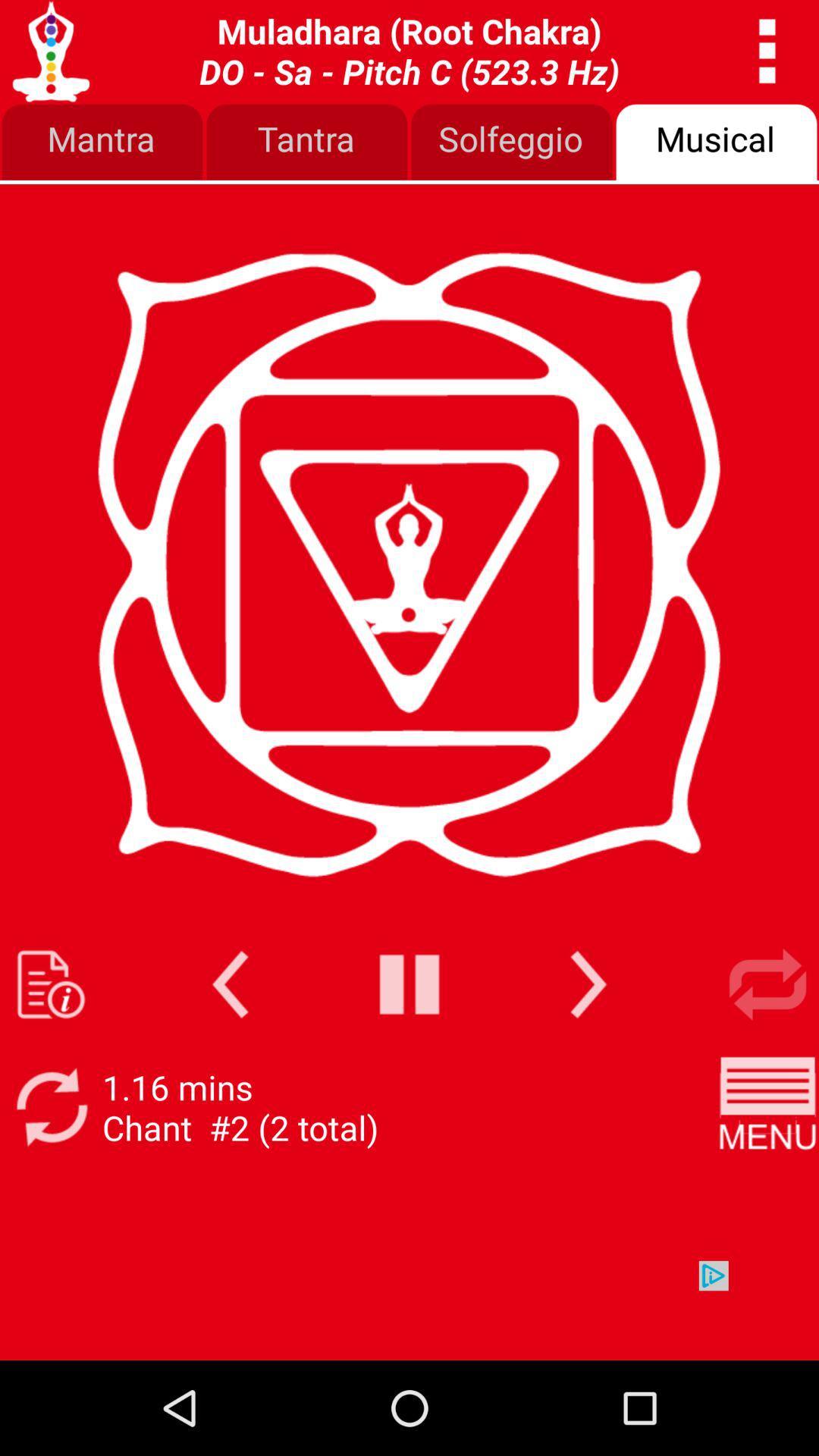  Describe the element at coordinates (512, 143) in the screenshot. I see `item to the left of the musical icon` at that location.